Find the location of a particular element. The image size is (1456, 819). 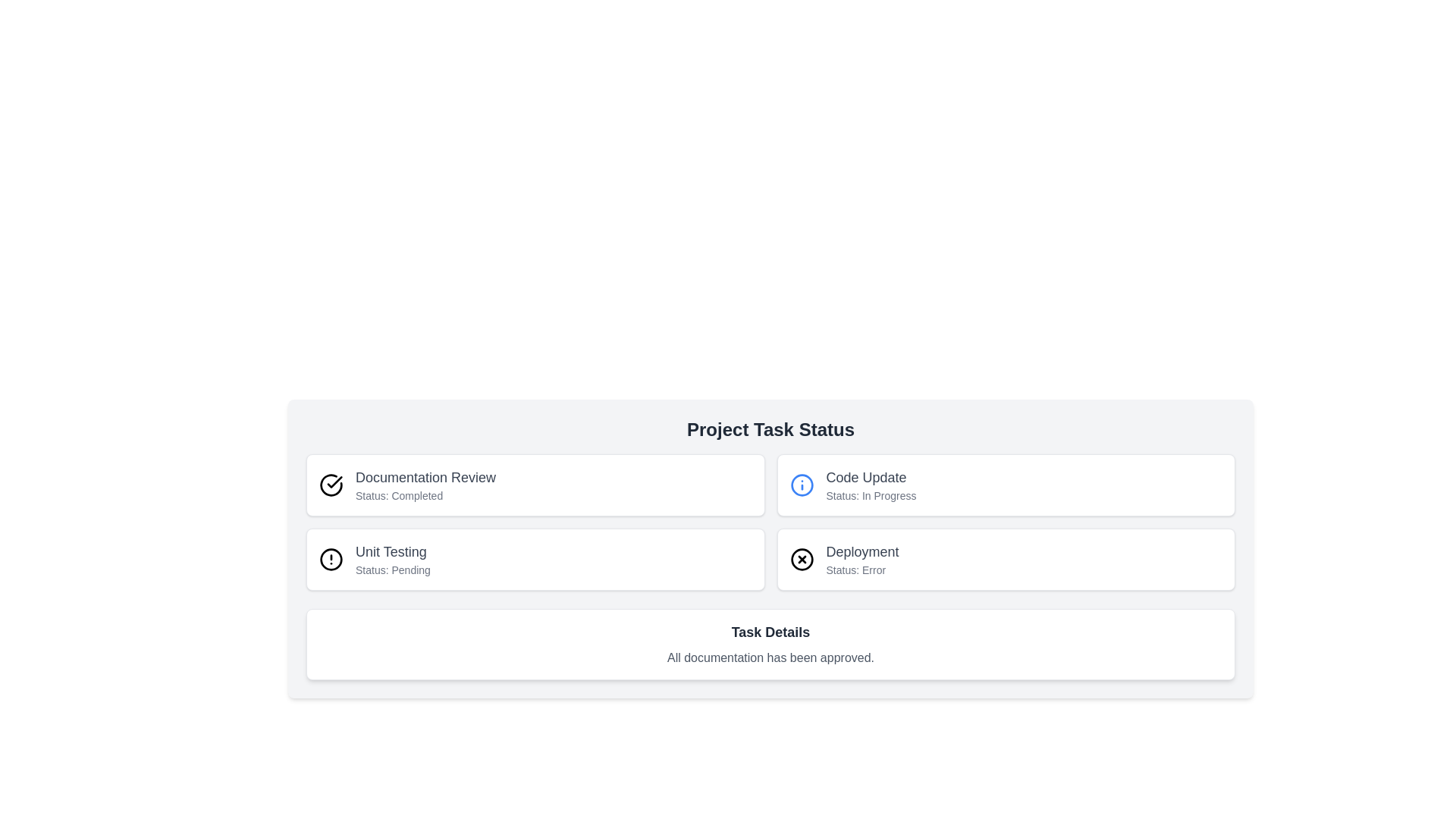

the status indicator icon located at the top-left corner of the 'Documentation Review' card, adjacent to the text 'Documentation Review Status: Completed.' is located at coordinates (330, 485).